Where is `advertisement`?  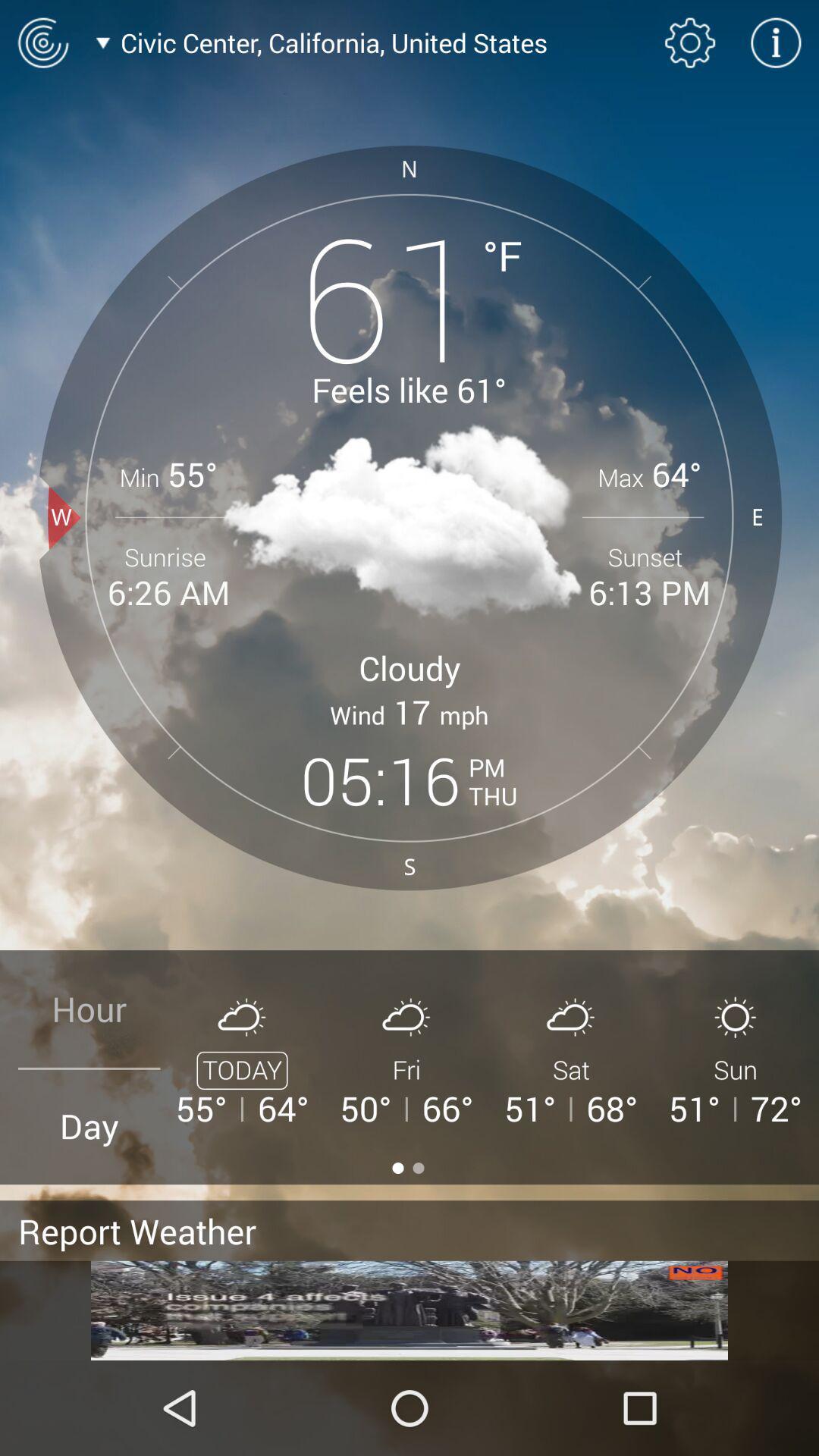 advertisement is located at coordinates (409, 1310).